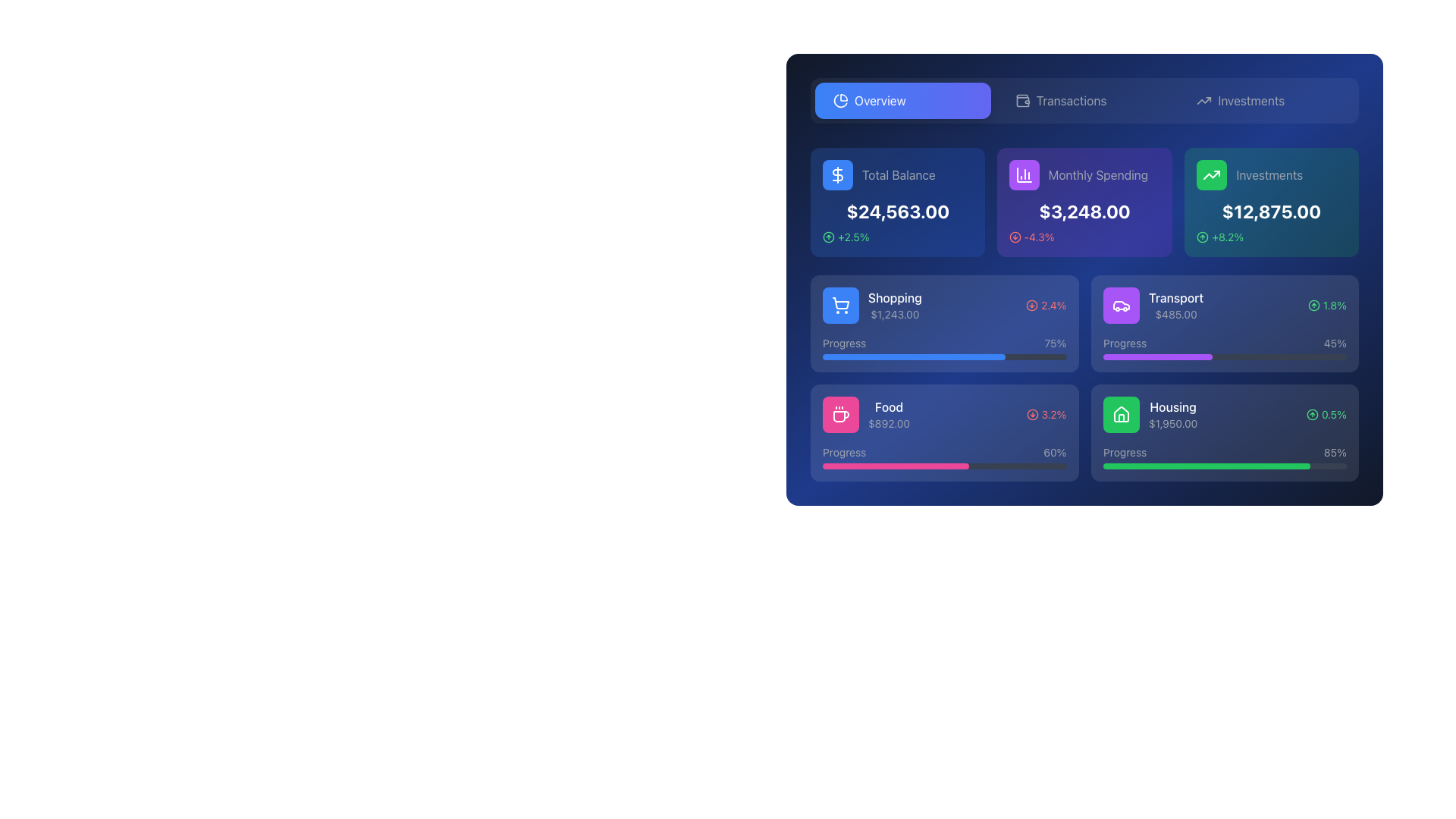  Describe the element at coordinates (896, 465) in the screenshot. I see `the progress bar located in the 'Food' section under the 'Progress' label, which is styled with a pink filled portion and gray background` at that location.